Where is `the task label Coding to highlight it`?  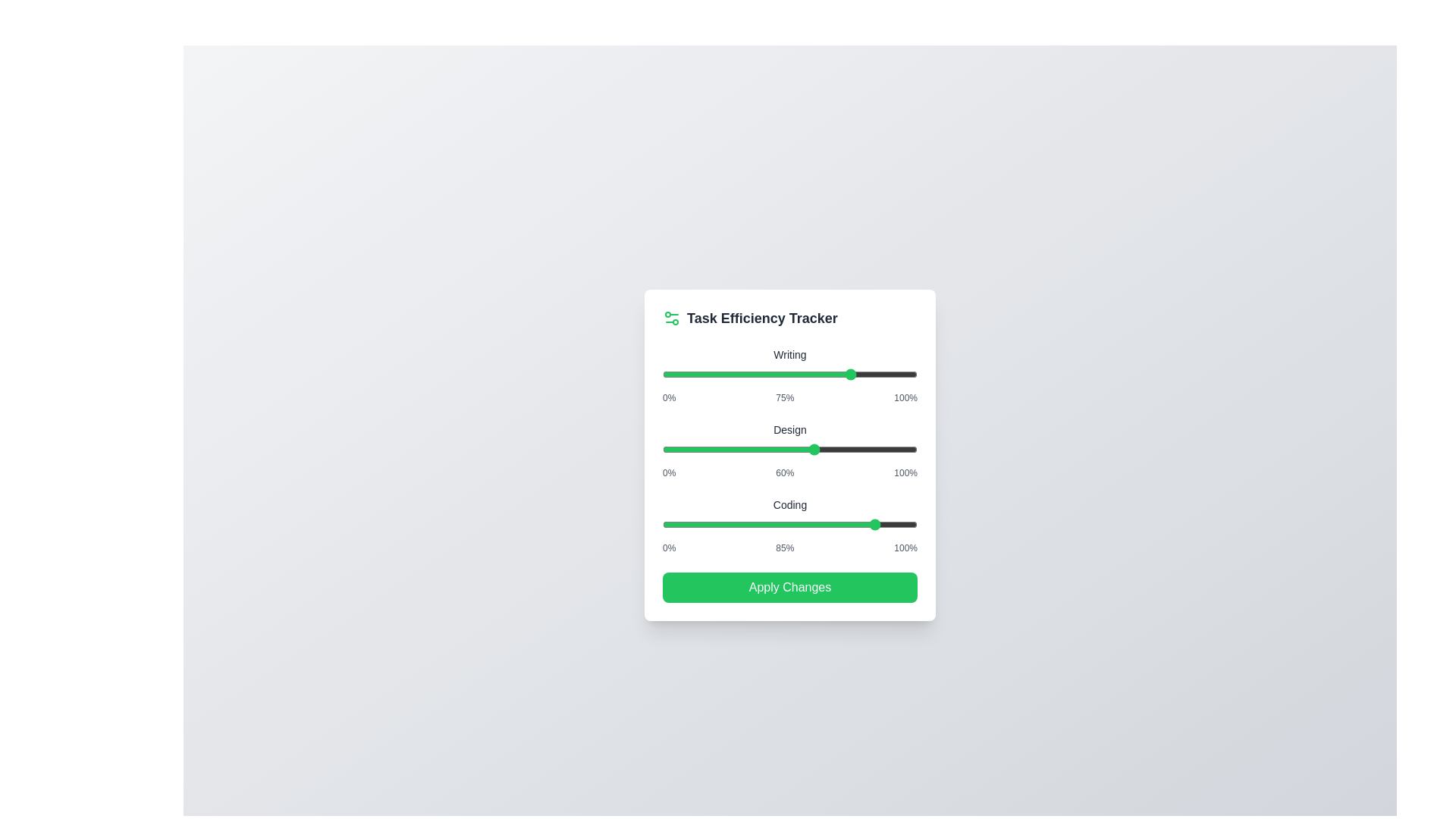 the task label Coding to highlight it is located at coordinates (789, 504).